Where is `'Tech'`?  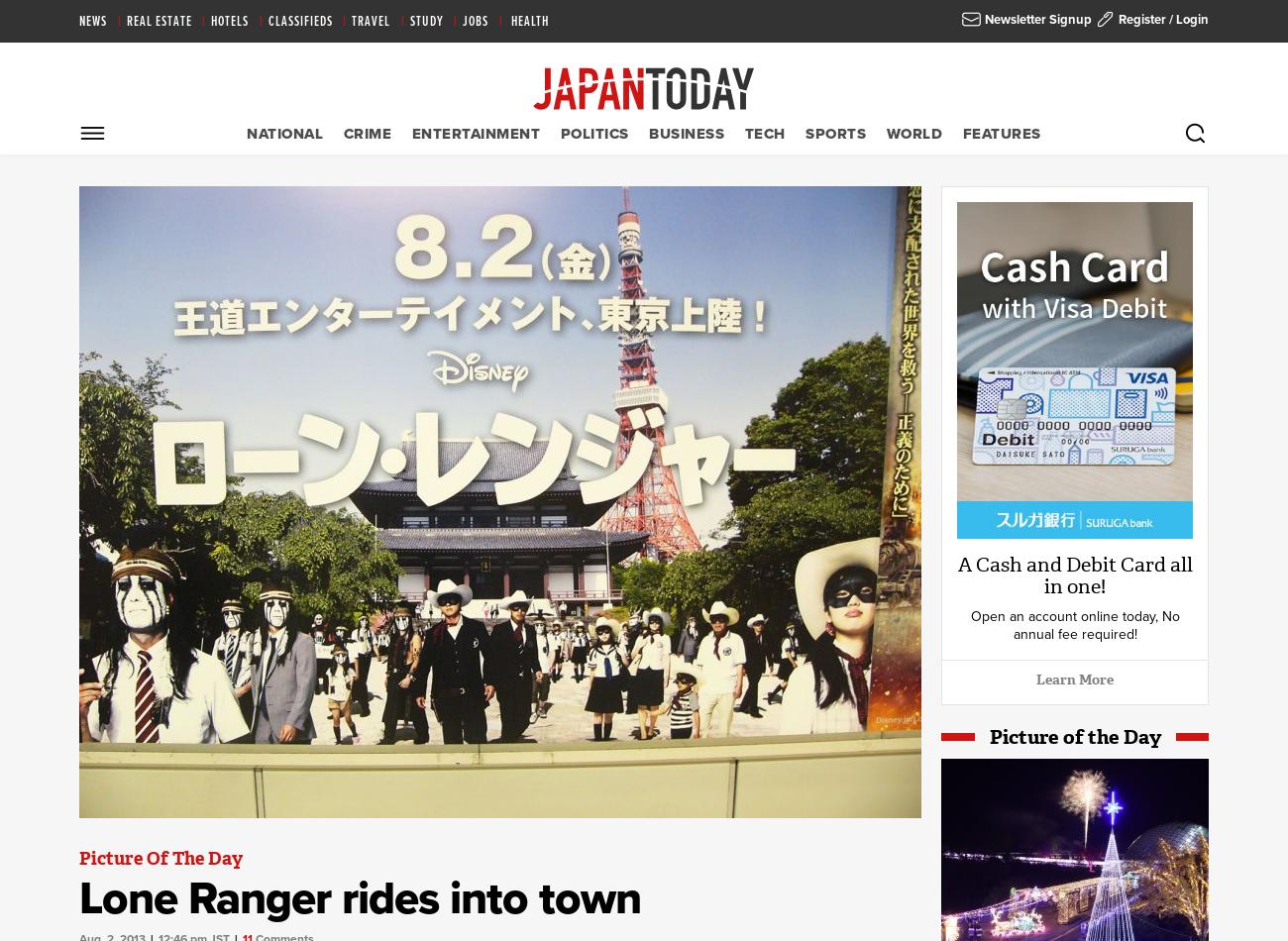 'Tech' is located at coordinates (763, 133).